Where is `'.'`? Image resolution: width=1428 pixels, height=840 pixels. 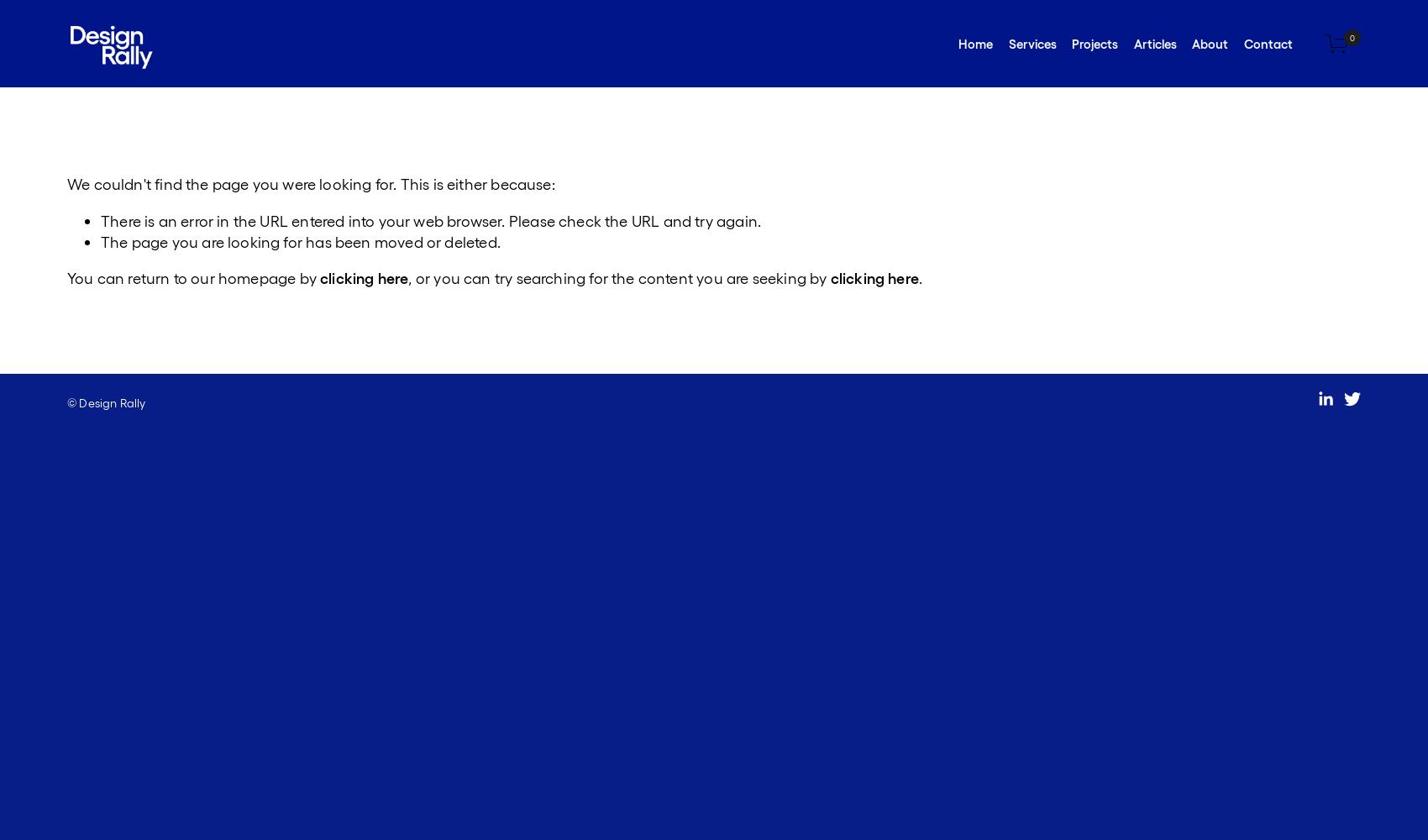
'.' is located at coordinates (920, 276).